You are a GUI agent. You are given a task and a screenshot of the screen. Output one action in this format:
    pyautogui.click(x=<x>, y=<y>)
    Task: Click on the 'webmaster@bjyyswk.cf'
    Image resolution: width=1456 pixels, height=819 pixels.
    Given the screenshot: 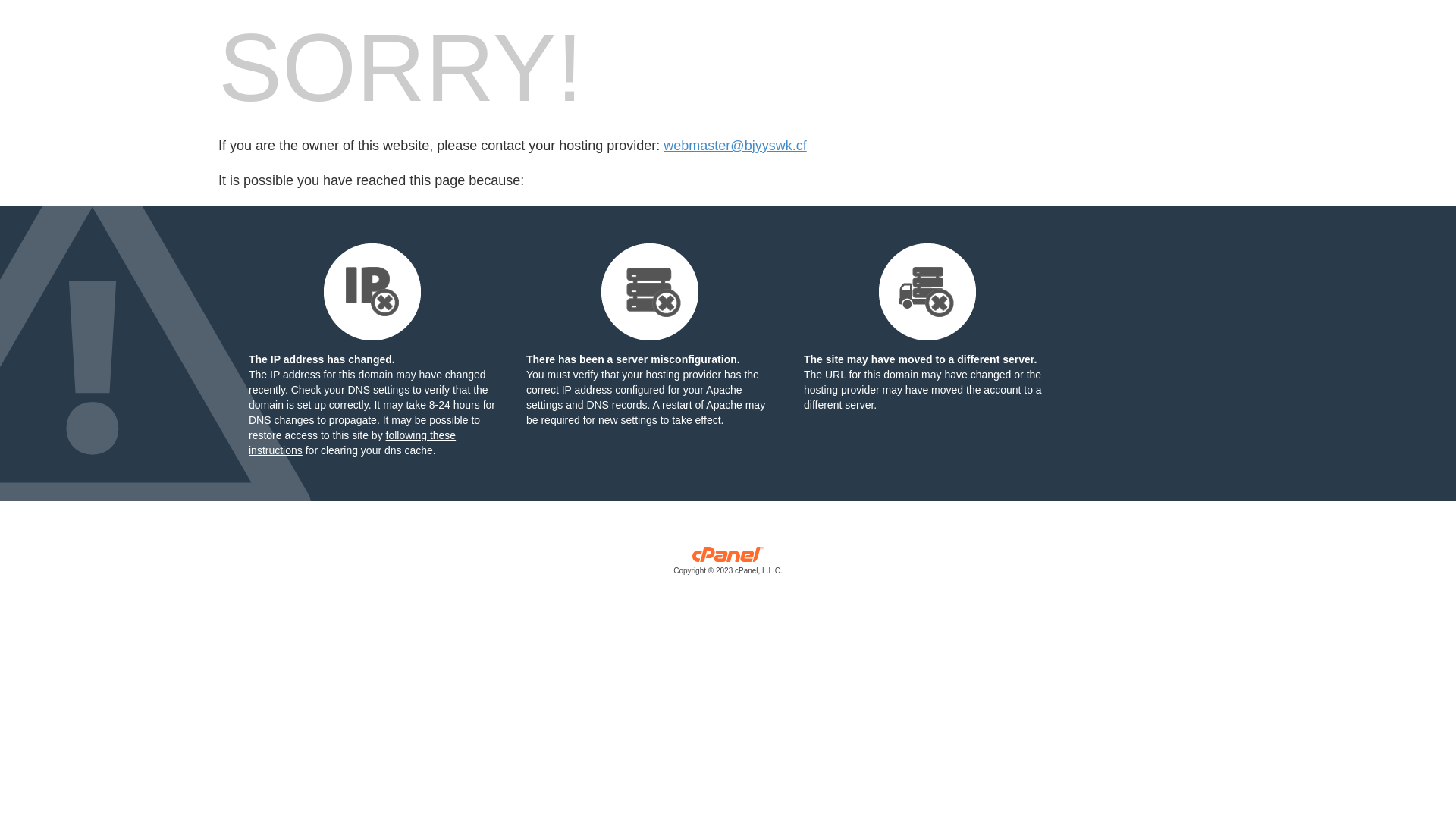 What is the action you would take?
    pyautogui.click(x=735, y=146)
    